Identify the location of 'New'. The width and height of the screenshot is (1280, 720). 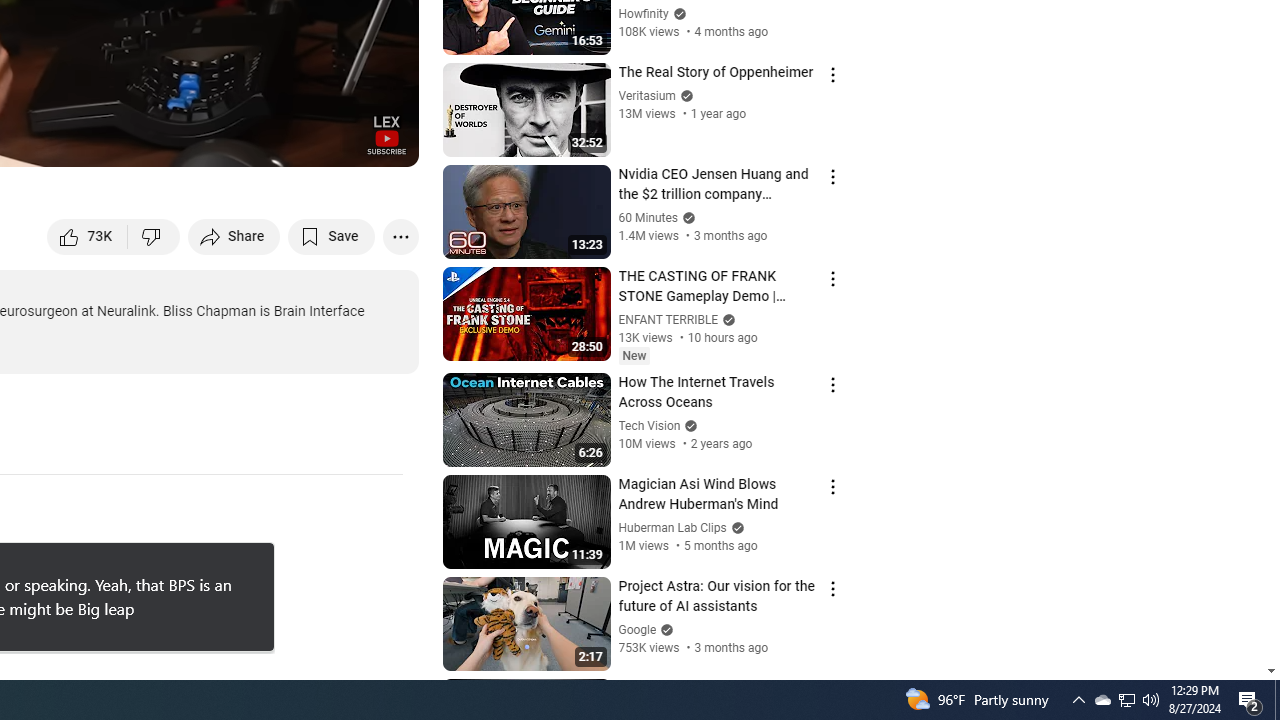
(633, 355).